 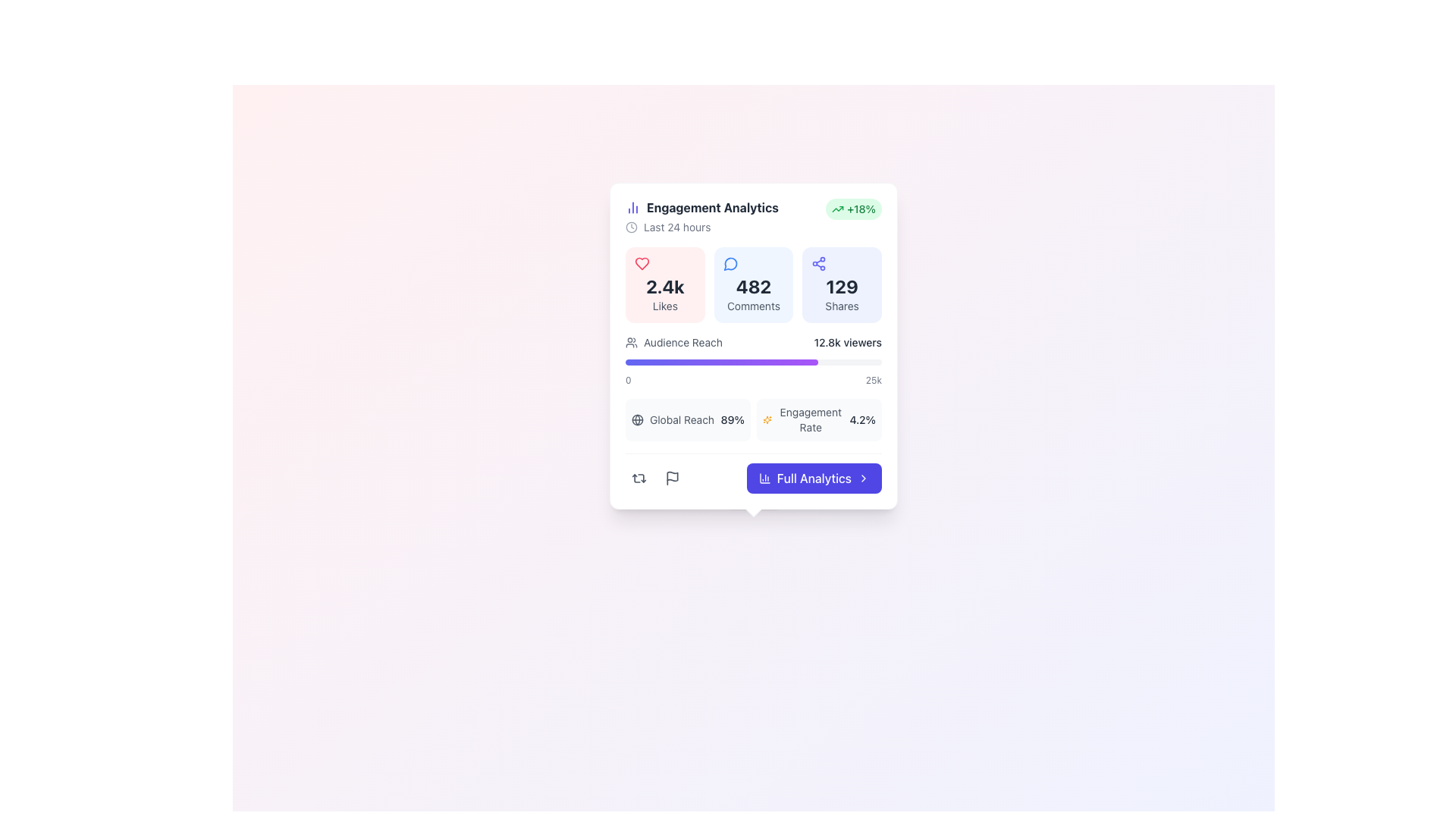 What do you see at coordinates (632, 227) in the screenshot?
I see `the SVG Circle, which serves as the circular outline of the clock icon located in the top-left corner of the 'Engagement Analytics' card box, next to the text 'Last 24 hours'` at bounding box center [632, 227].